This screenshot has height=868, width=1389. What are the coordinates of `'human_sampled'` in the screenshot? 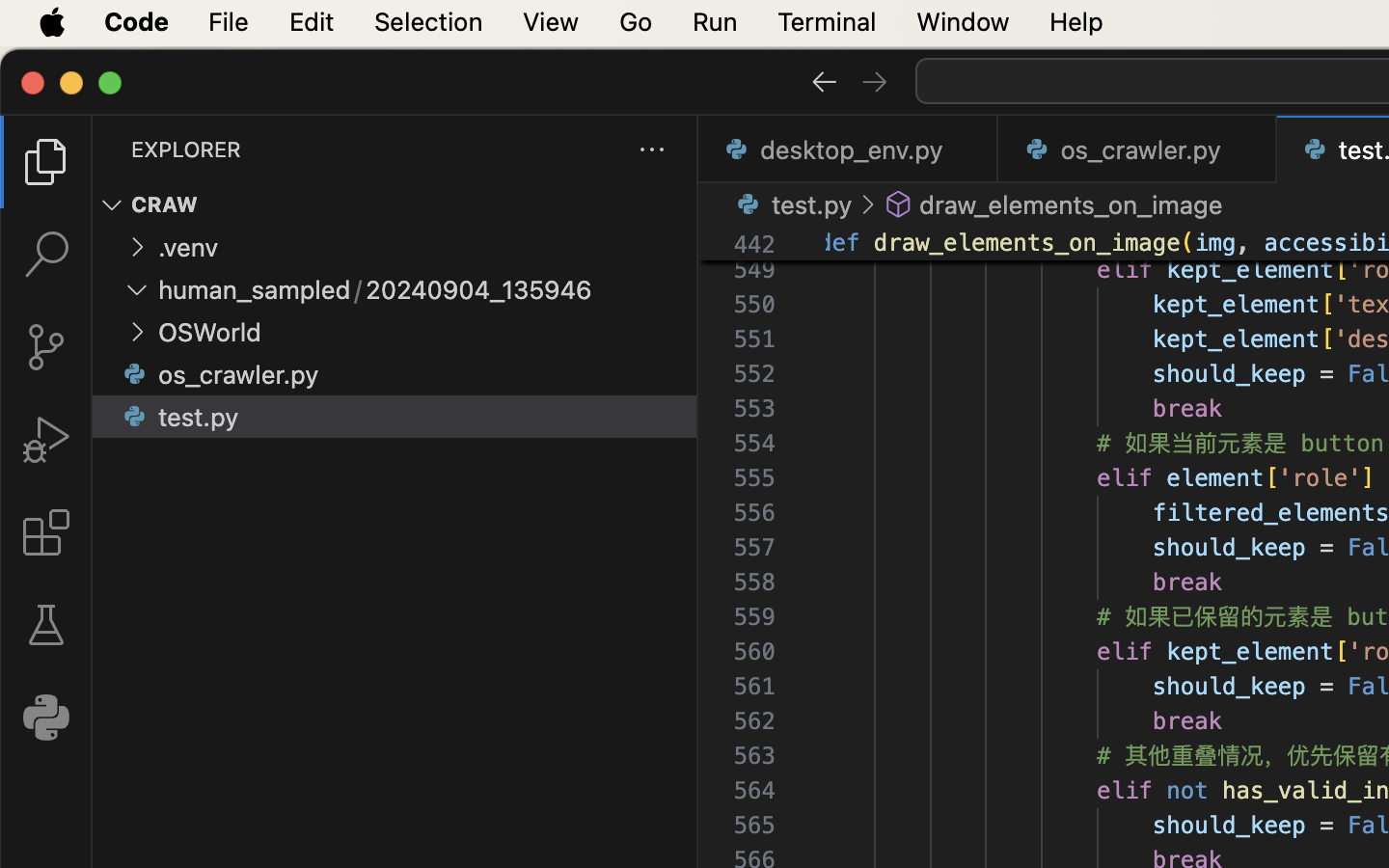 It's located at (253, 288).